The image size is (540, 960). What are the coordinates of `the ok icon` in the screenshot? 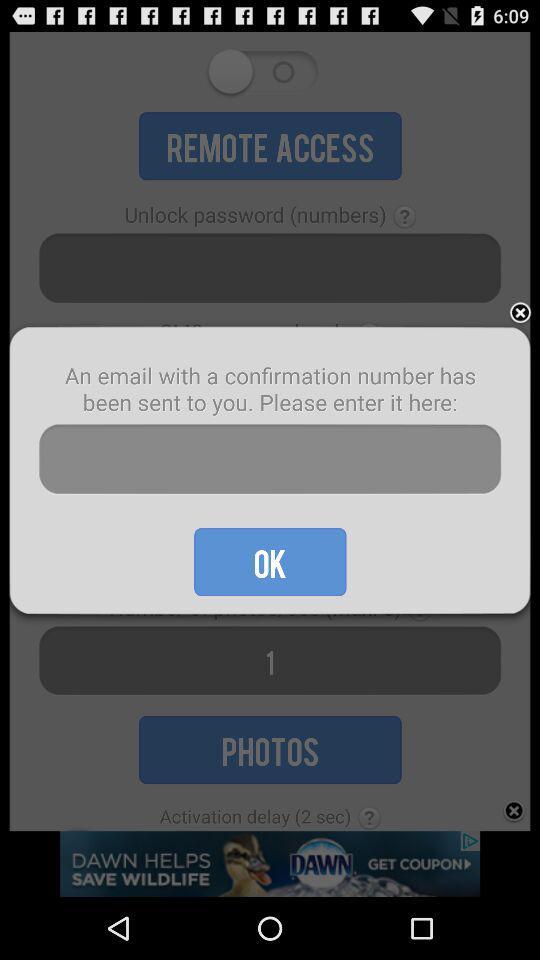 It's located at (270, 562).